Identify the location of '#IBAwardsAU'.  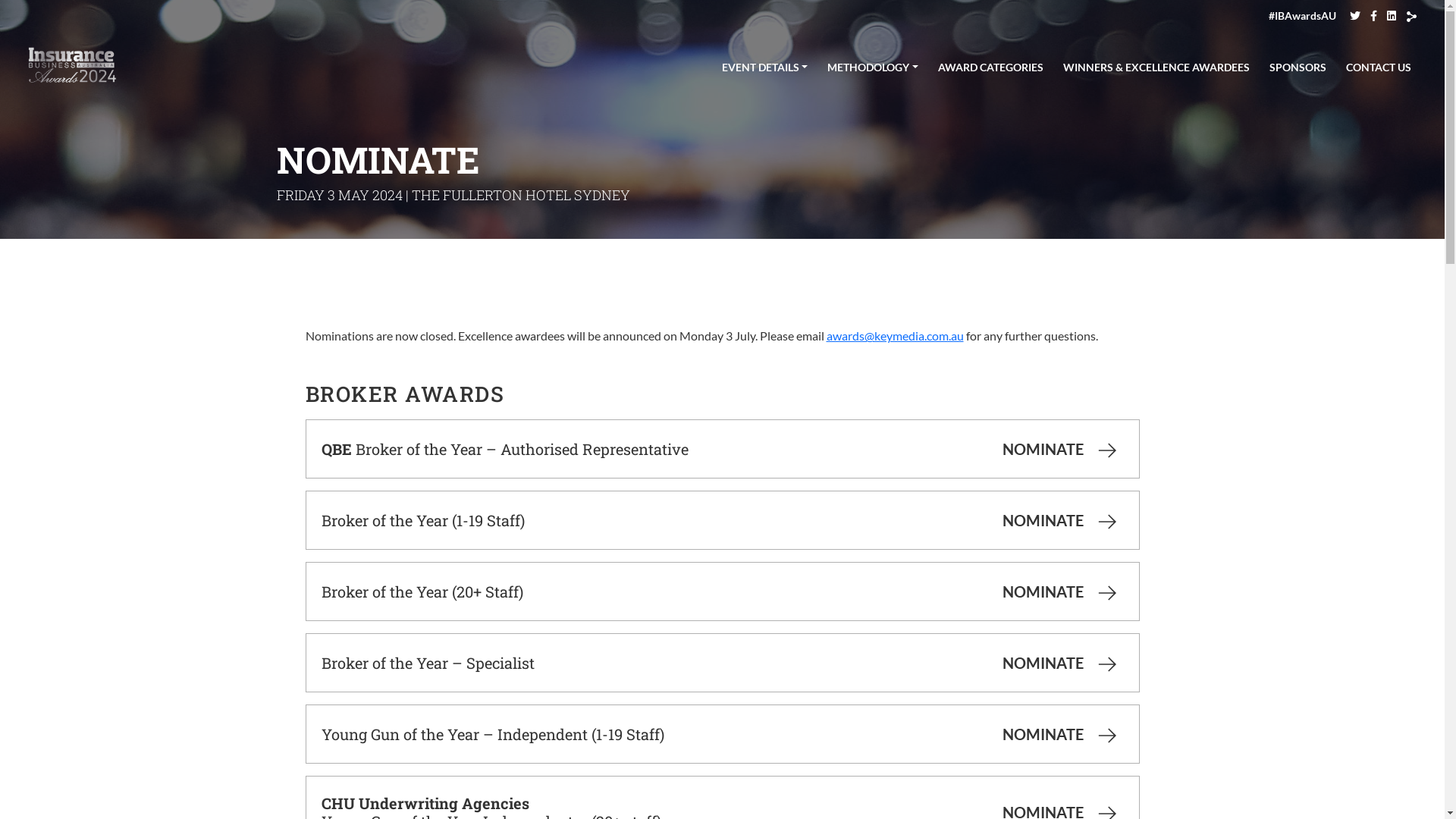
(1301, 15).